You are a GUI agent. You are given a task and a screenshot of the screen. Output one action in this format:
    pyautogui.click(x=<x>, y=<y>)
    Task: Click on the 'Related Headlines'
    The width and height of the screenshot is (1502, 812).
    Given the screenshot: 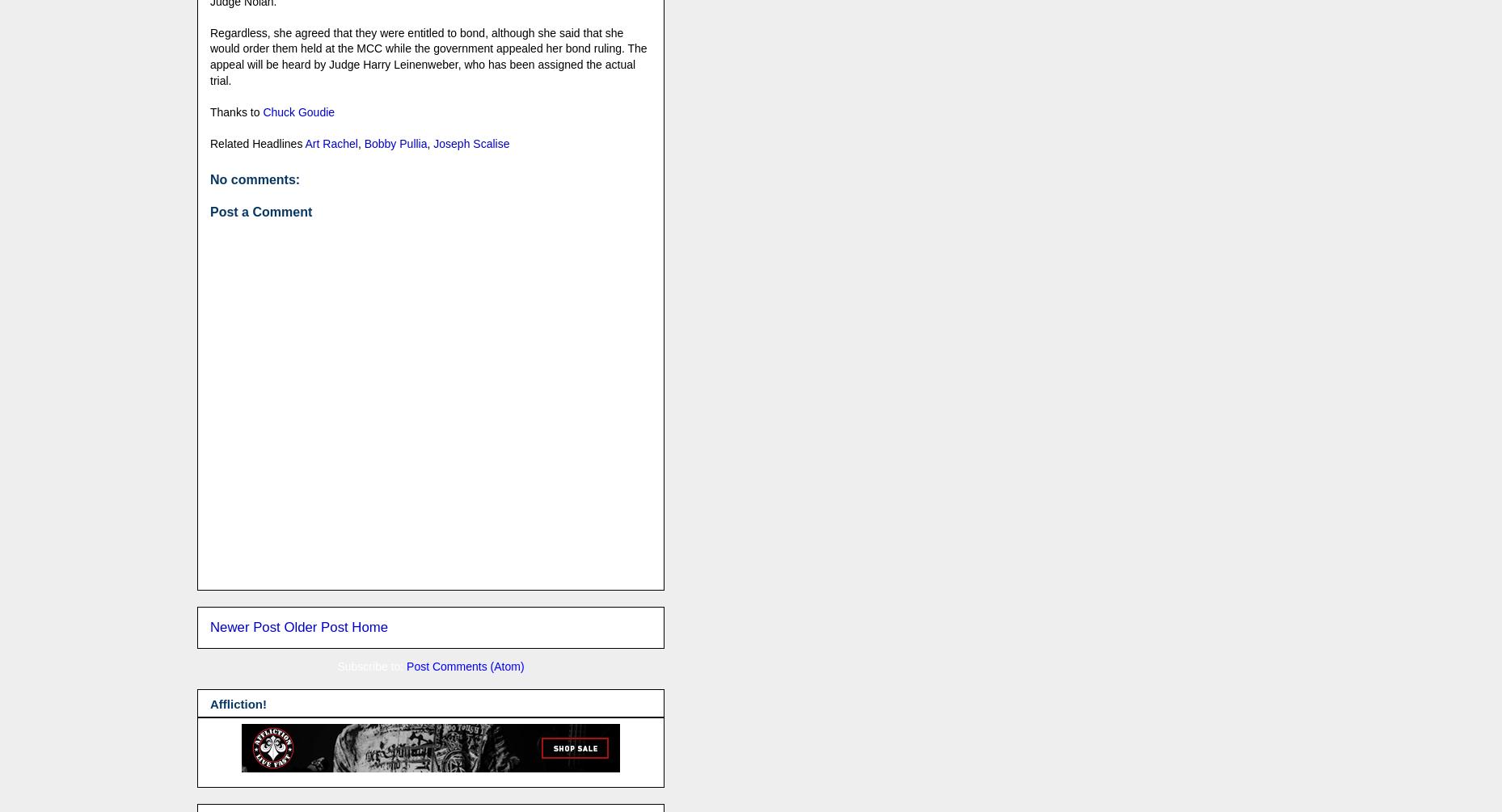 What is the action you would take?
    pyautogui.click(x=257, y=142)
    